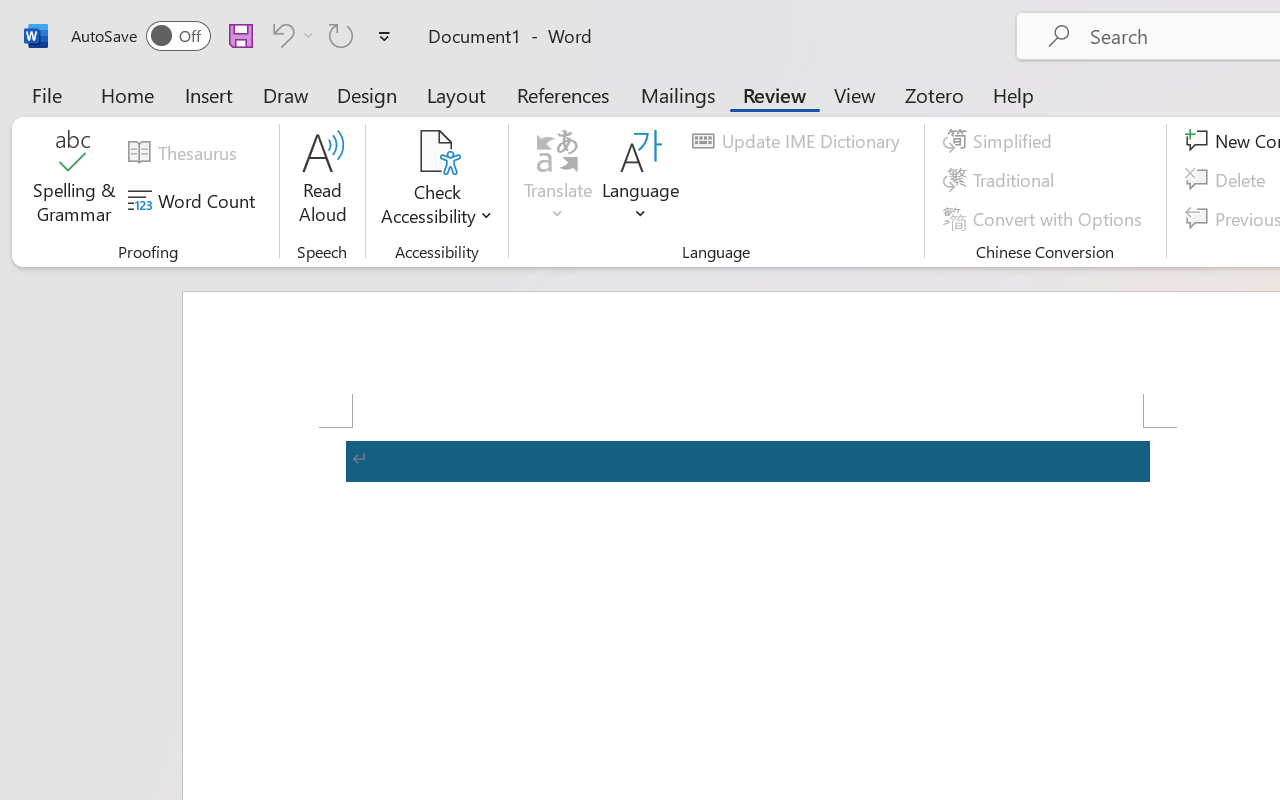 Image resolution: width=1280 pixels, height=800 pixels. Describe the element at coordinates (341, 34) in the screenshot. I see `'Repeat Accessibility Checker'` at that location.